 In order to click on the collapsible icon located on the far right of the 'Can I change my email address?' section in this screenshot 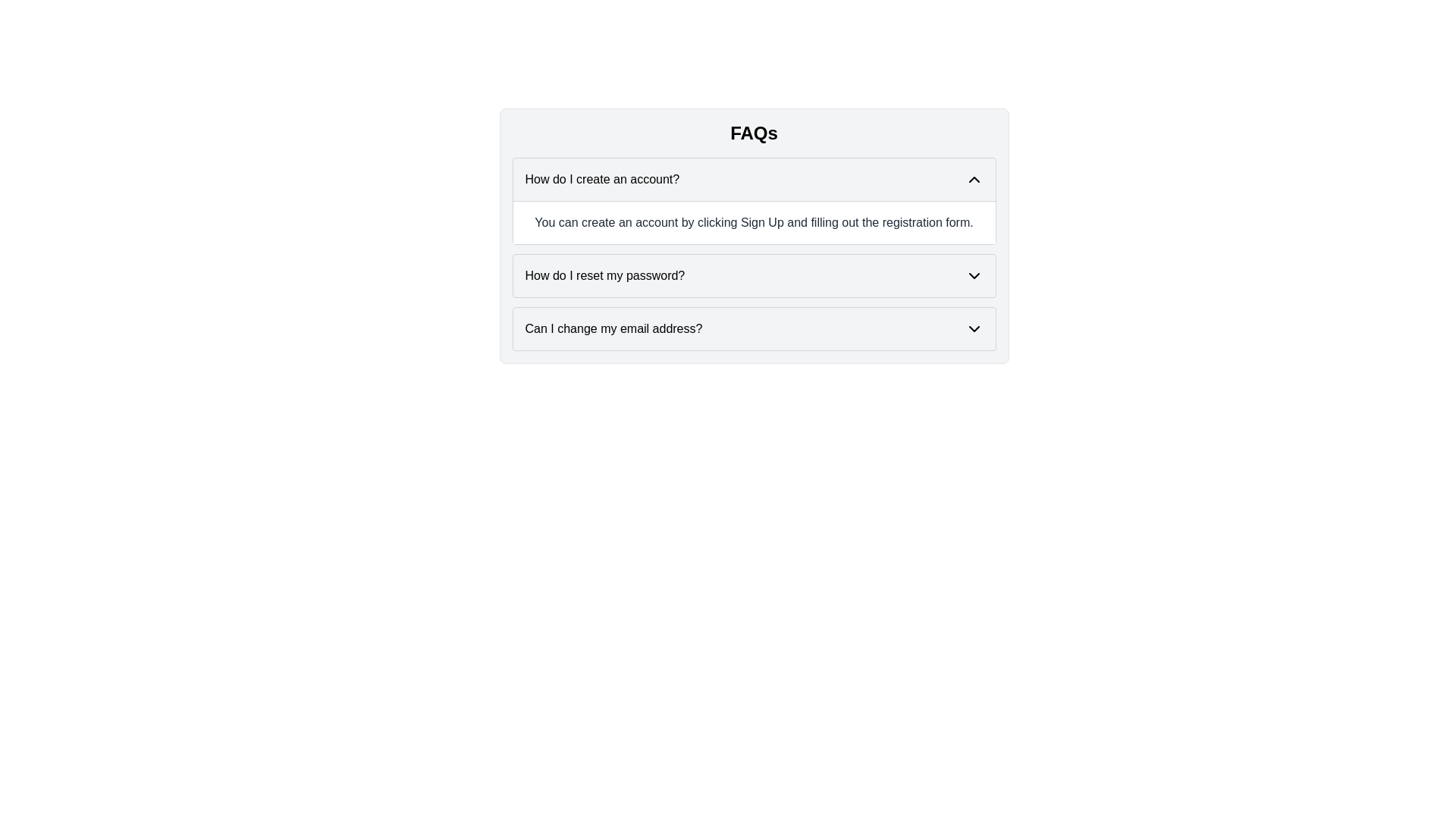, I will do `click(974, 328)`.